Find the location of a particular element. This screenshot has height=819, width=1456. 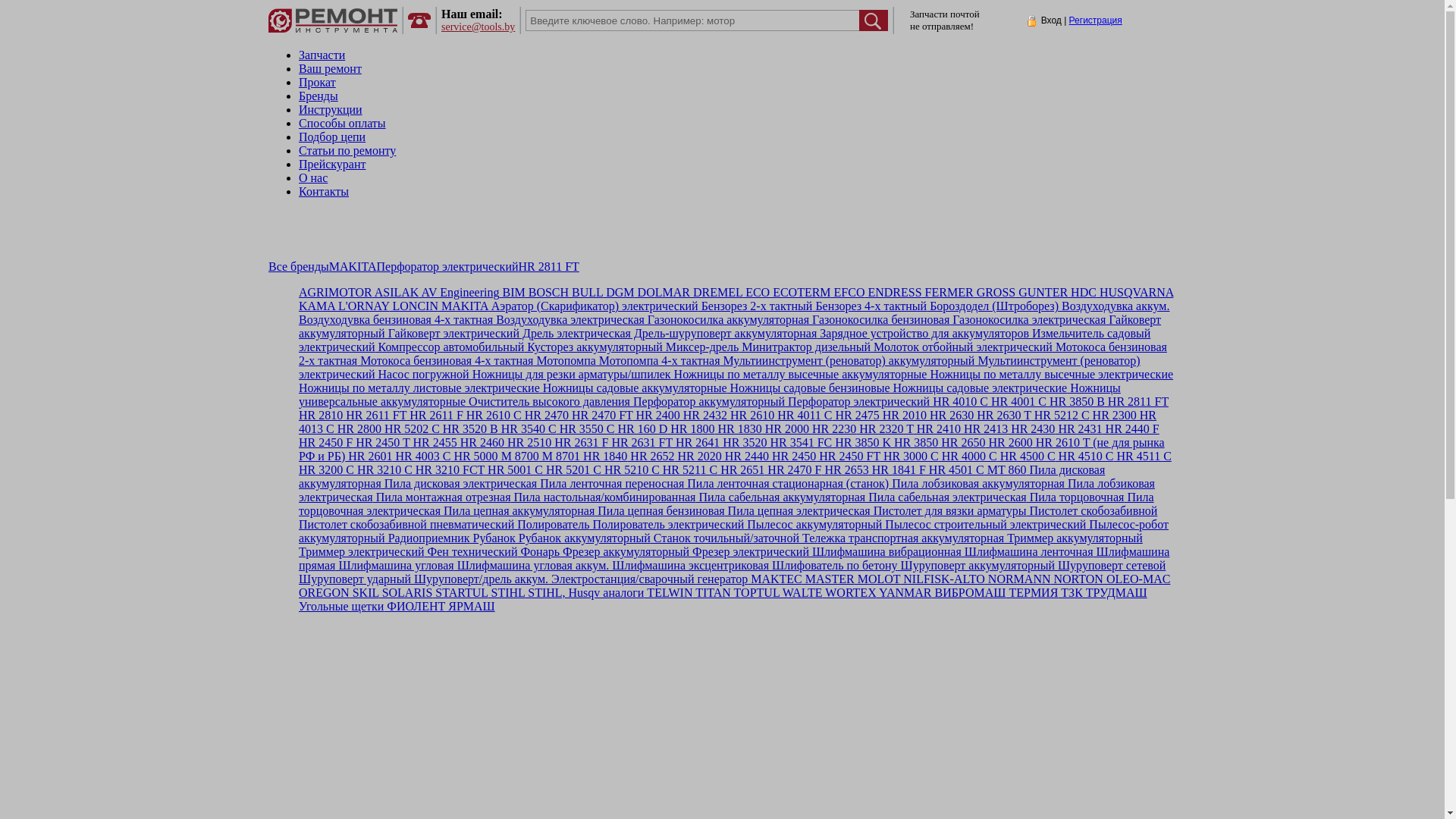

'HR 2510' is located at coordinates (528, 442).